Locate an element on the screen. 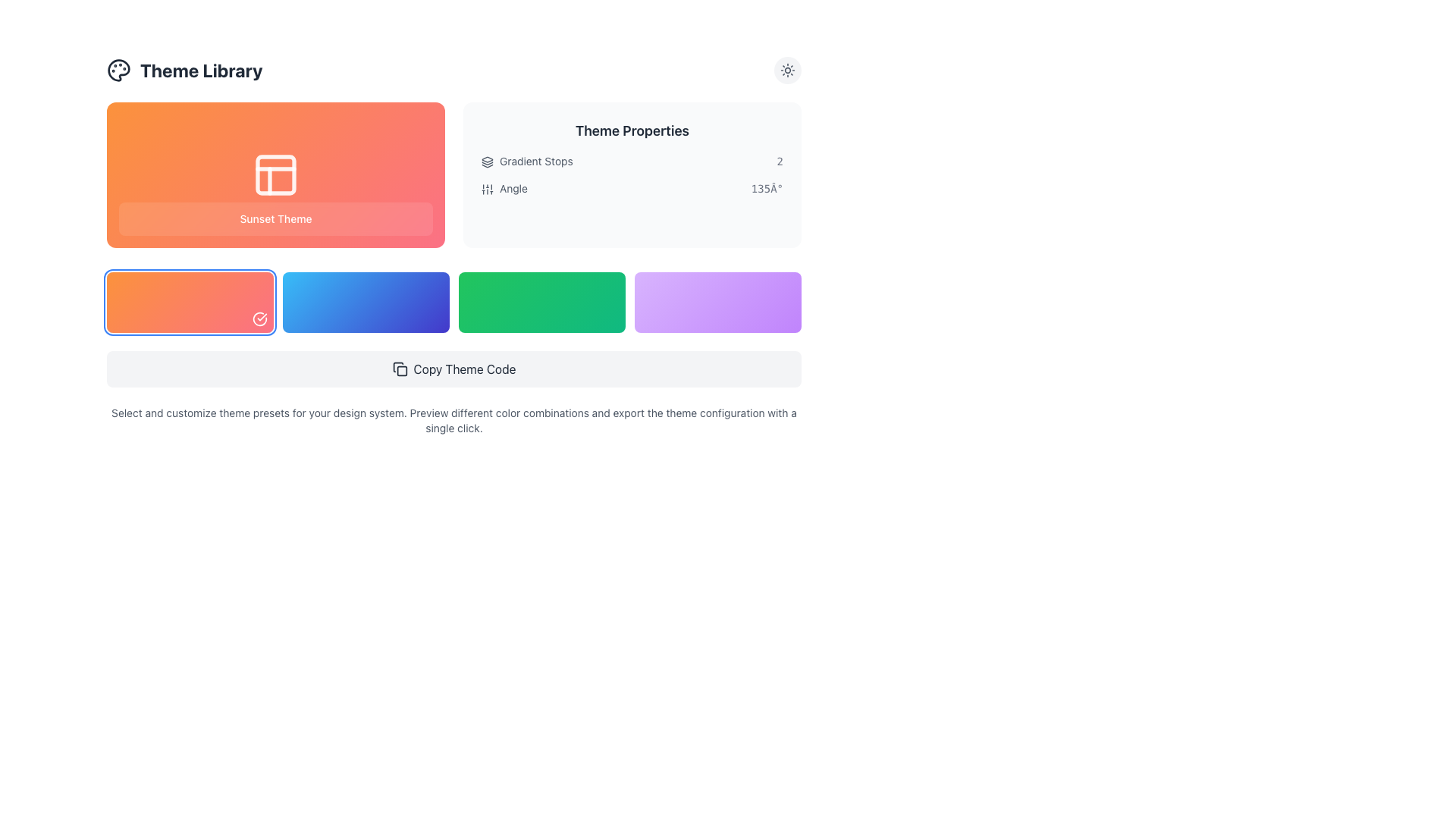 The height and width of the screenshot is (819, 1456). the 'Sunset Theme' card located at the top-left of the theme card grid is located at coordinates (276, 174).